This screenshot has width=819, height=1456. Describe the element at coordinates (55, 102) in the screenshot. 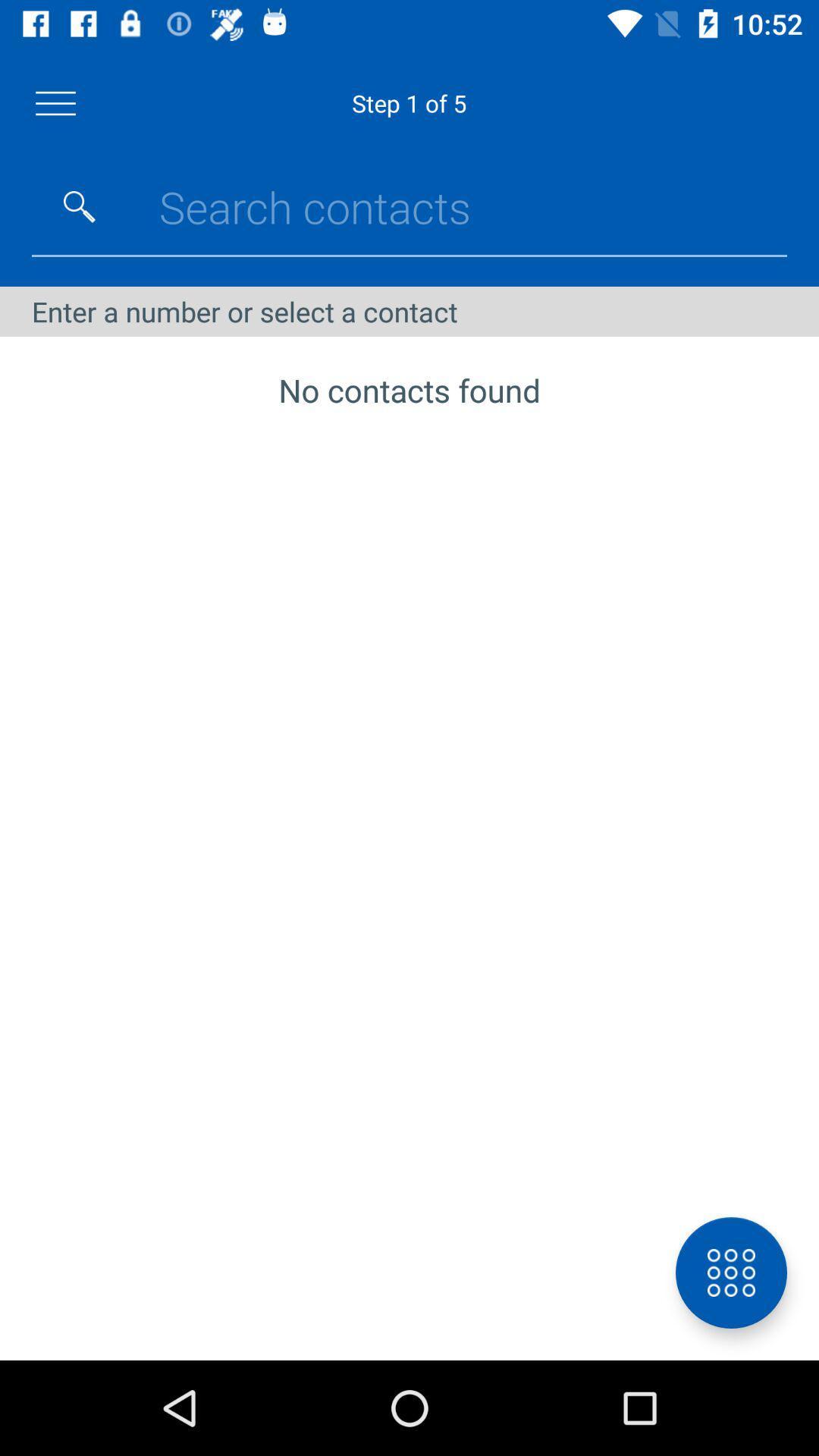

I see `menu` at that location.